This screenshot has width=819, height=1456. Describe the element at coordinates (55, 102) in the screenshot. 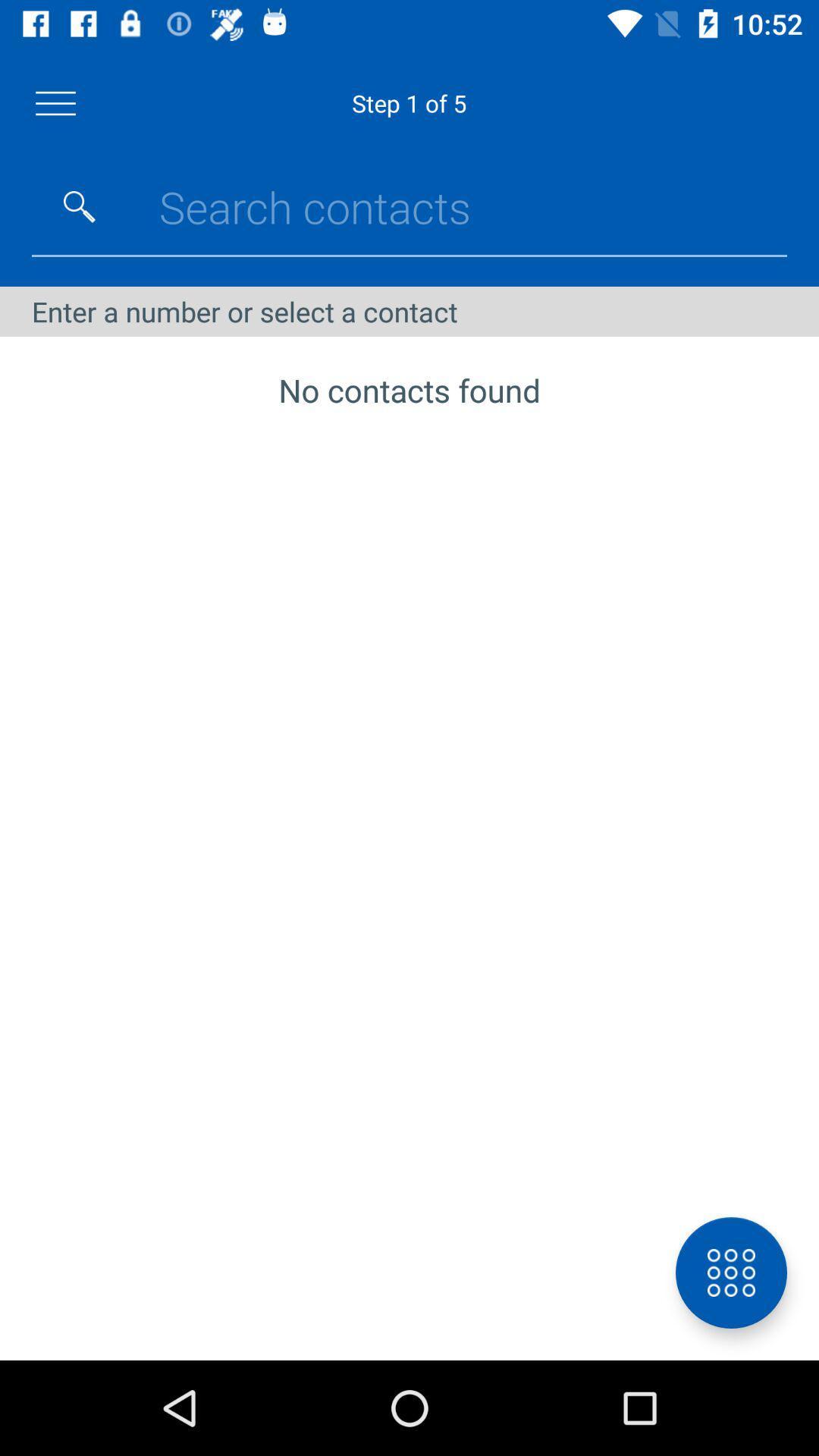

I see `menu` at that location.